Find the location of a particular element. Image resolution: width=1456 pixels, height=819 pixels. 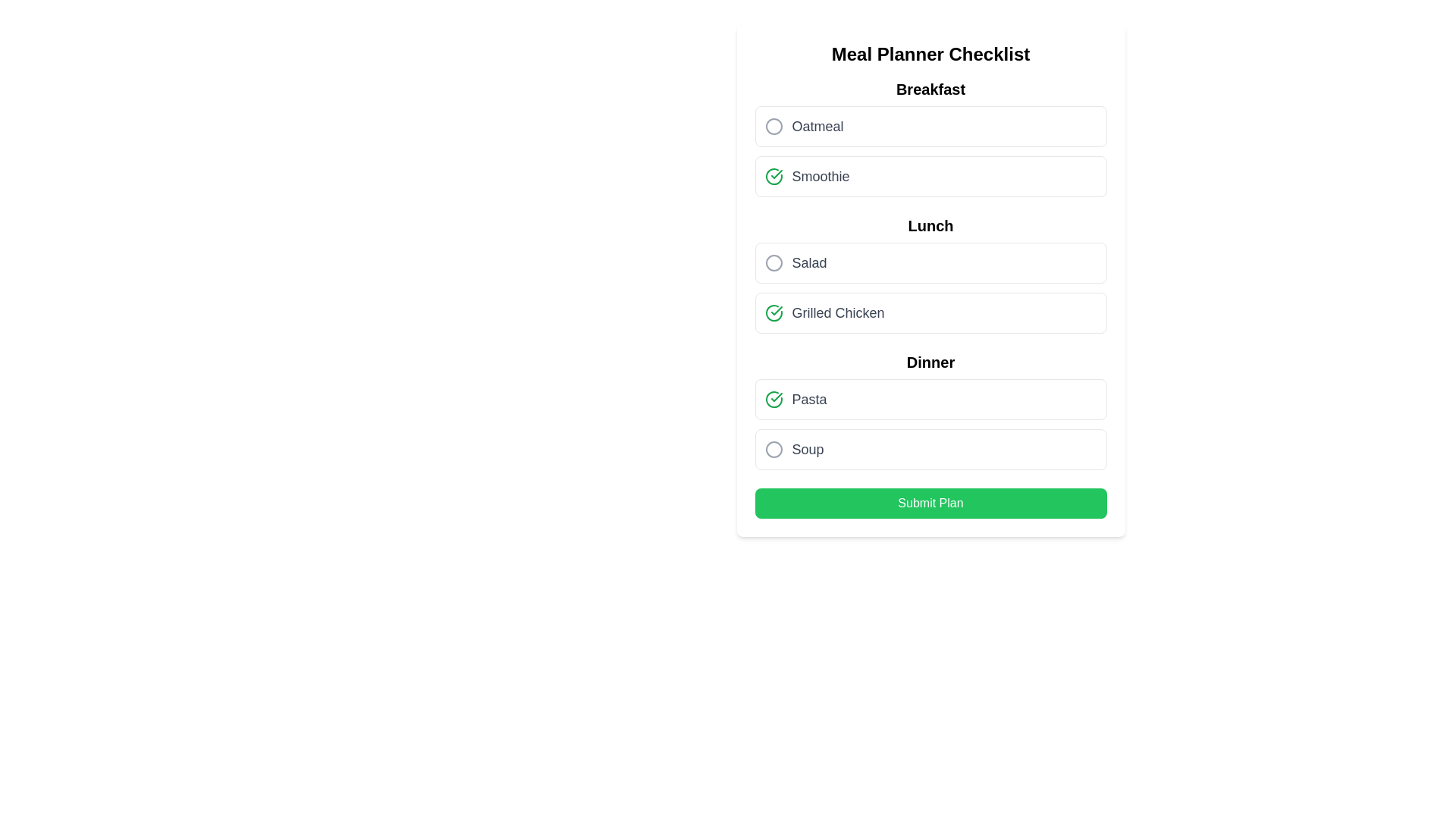

the 'Dinner' List group containing selectable items 'Pasta' and 'Soup' is located at coordinates (930, 411).